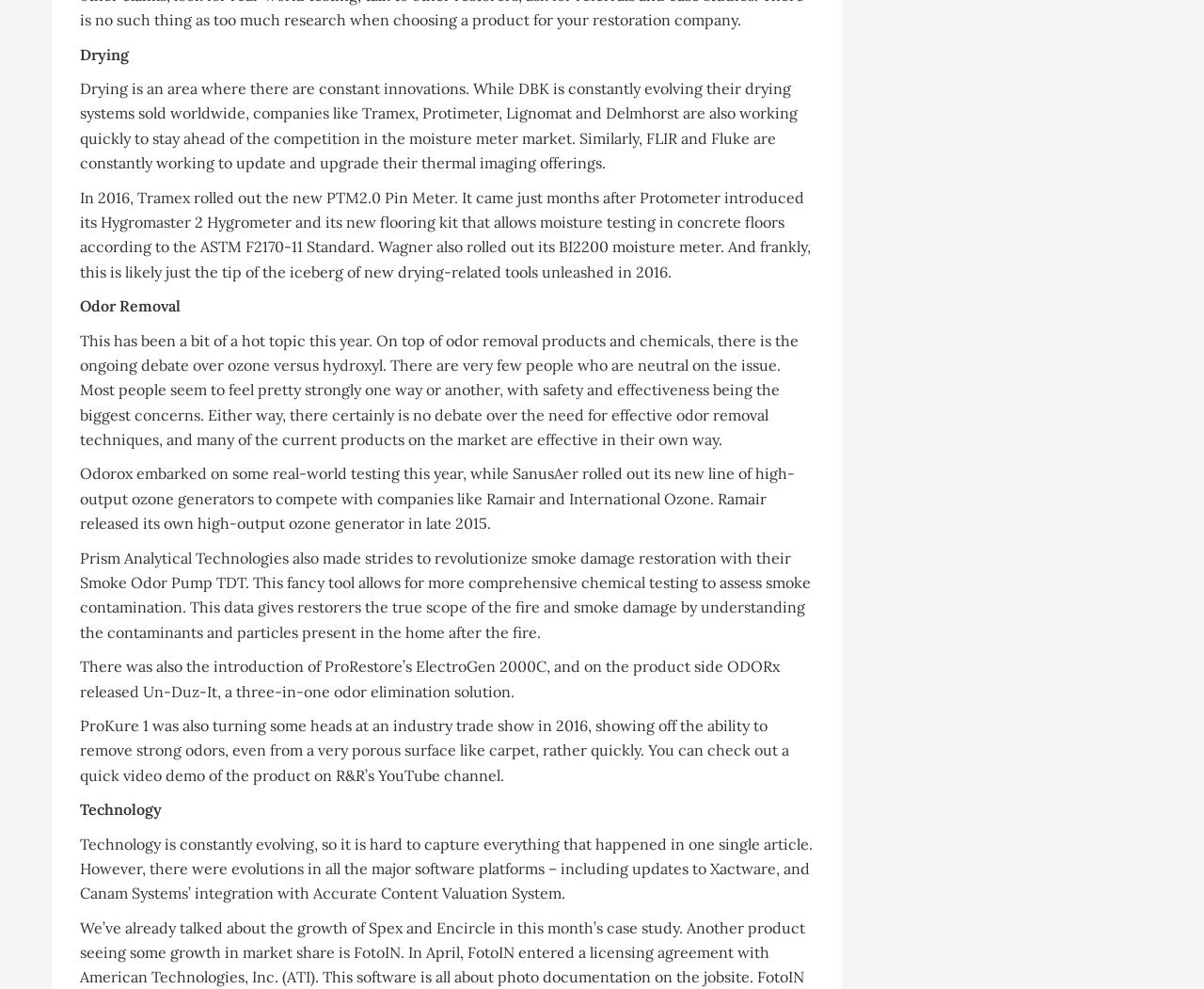 Image resolution: width=1204 pixels, height=989 pixels. Describe the element at coordinates (119, 808) in the screenshot. I see `'Technology'` at that location.